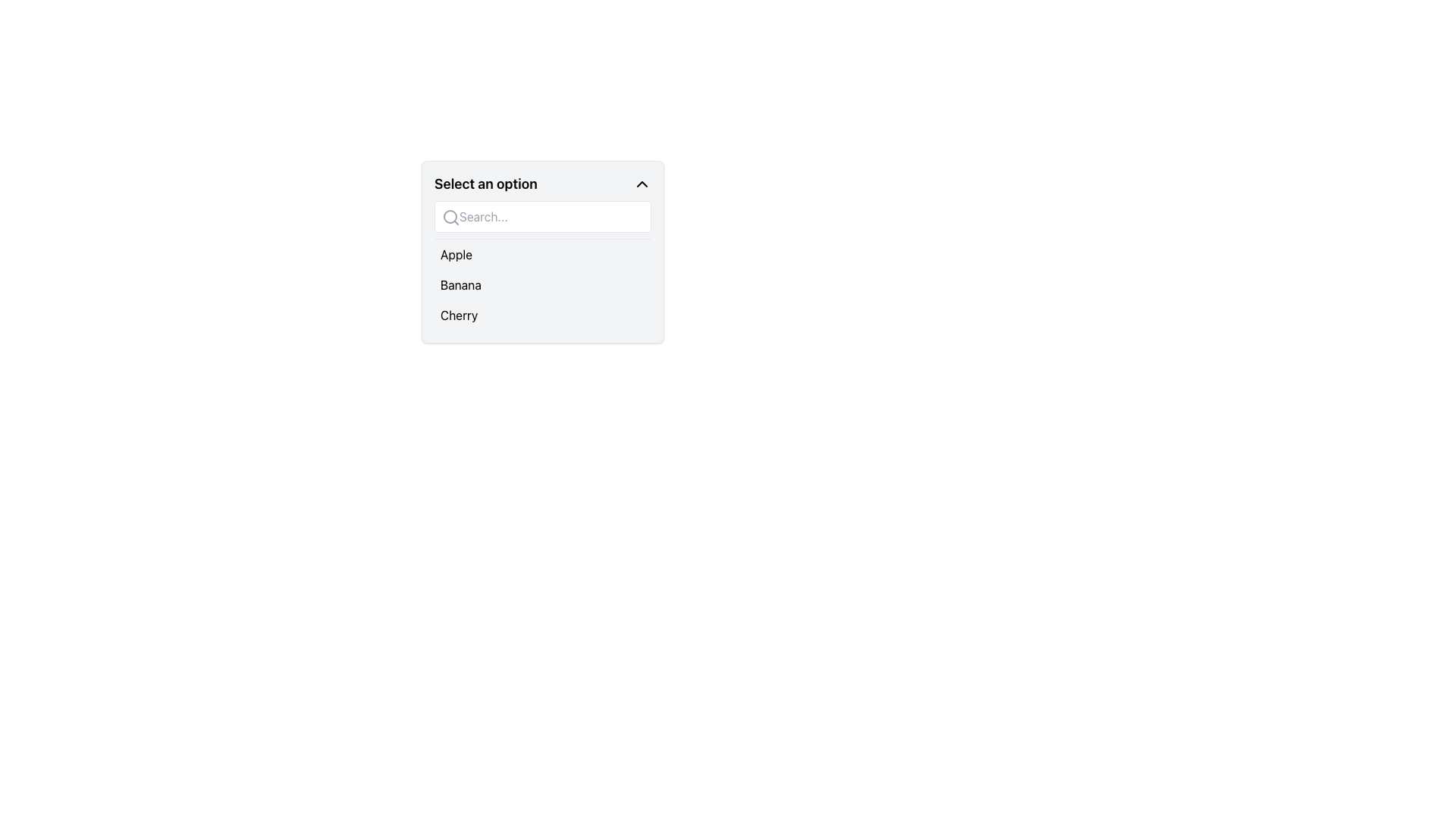  I want to click on the selectable option labeled 'Apple' in the dropdown menu to trigger a hover effect, so click(542, 253).